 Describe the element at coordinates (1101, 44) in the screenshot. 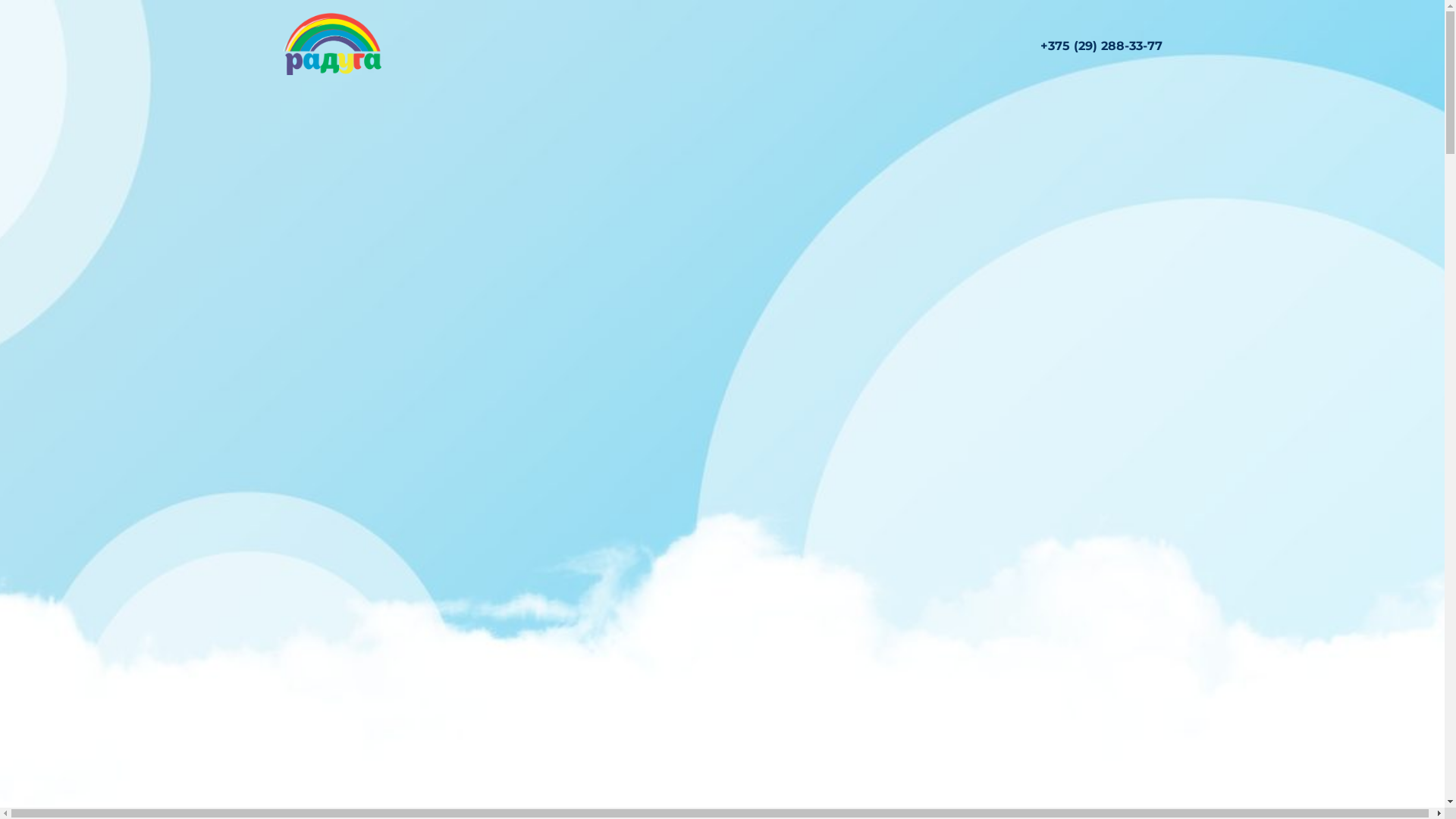

I see `'+375 (29) 288-33-77'` at that location.